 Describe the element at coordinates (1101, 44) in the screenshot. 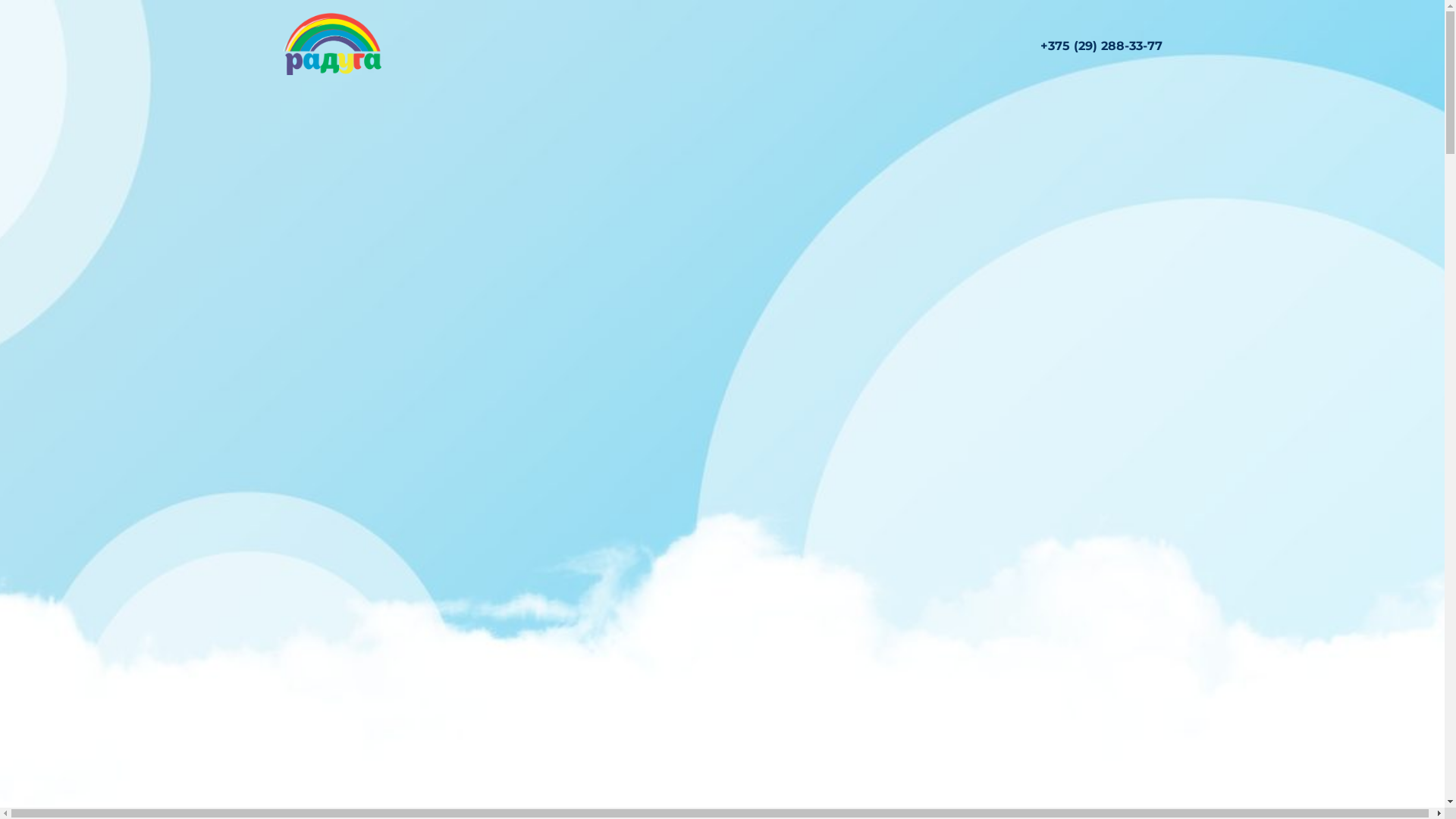

I see `'+375 (29) 288-33-77'` at that location.